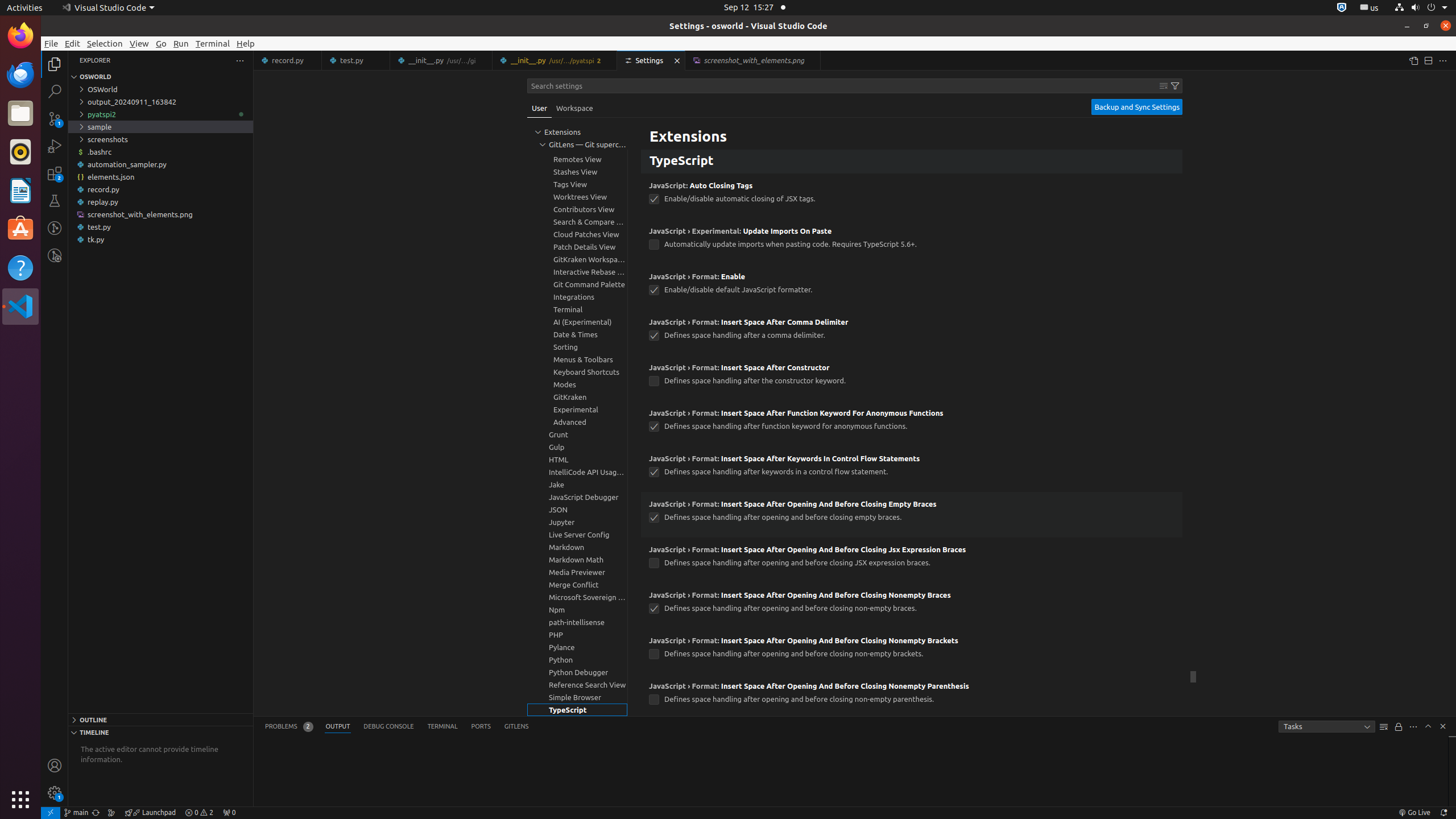  What do you see at coordinates (554, 60) in the screenshot?
I see `'__init__.py'` at bounding box center [554, 60].